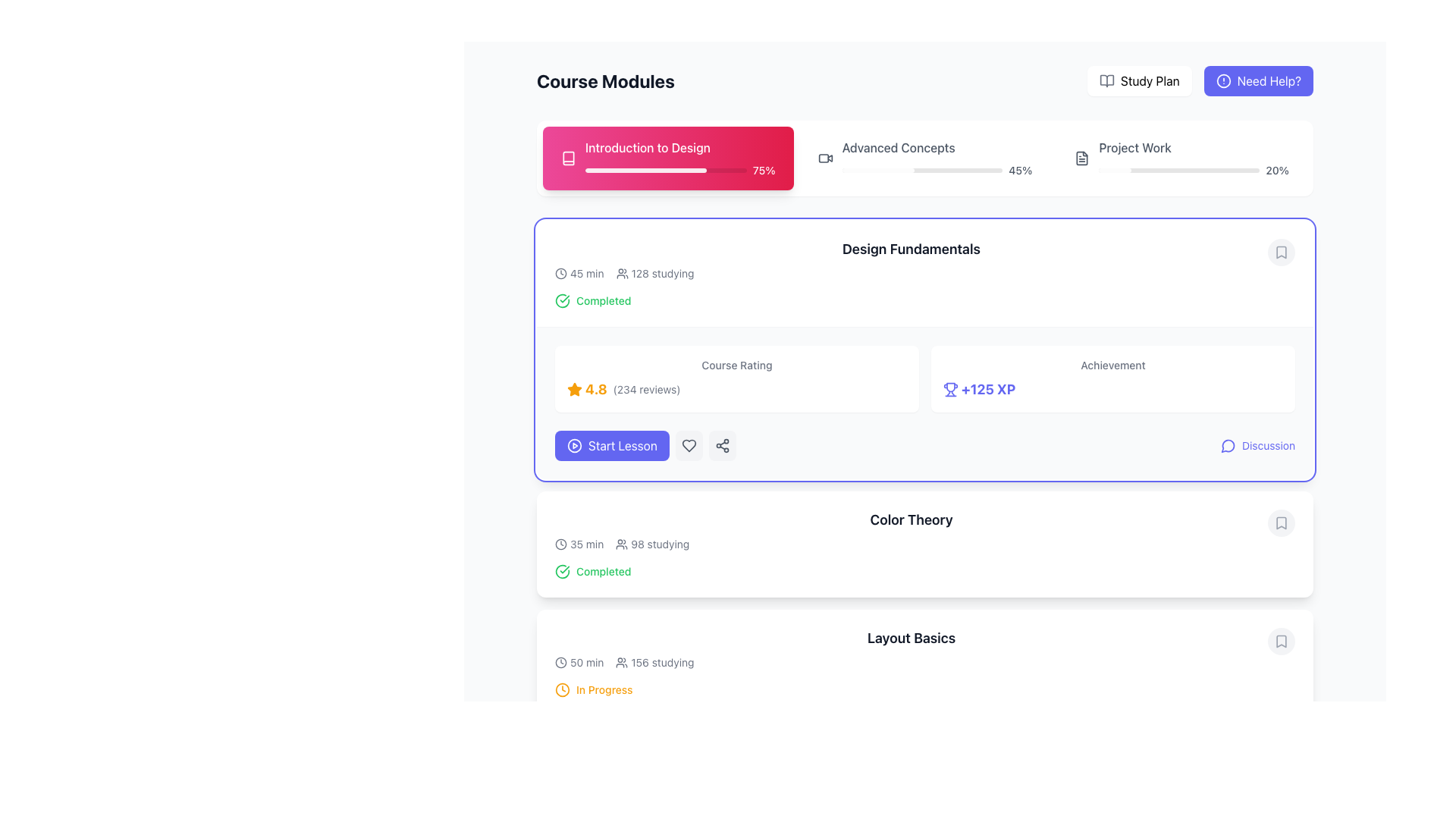 Image resolution: width=1456 pixels, height=819 pixels. I want to click on the bookmark icon button, which is styled as an outlined graphic and located at the right end of the 'Layout Basics' section, so click(1280, 641).